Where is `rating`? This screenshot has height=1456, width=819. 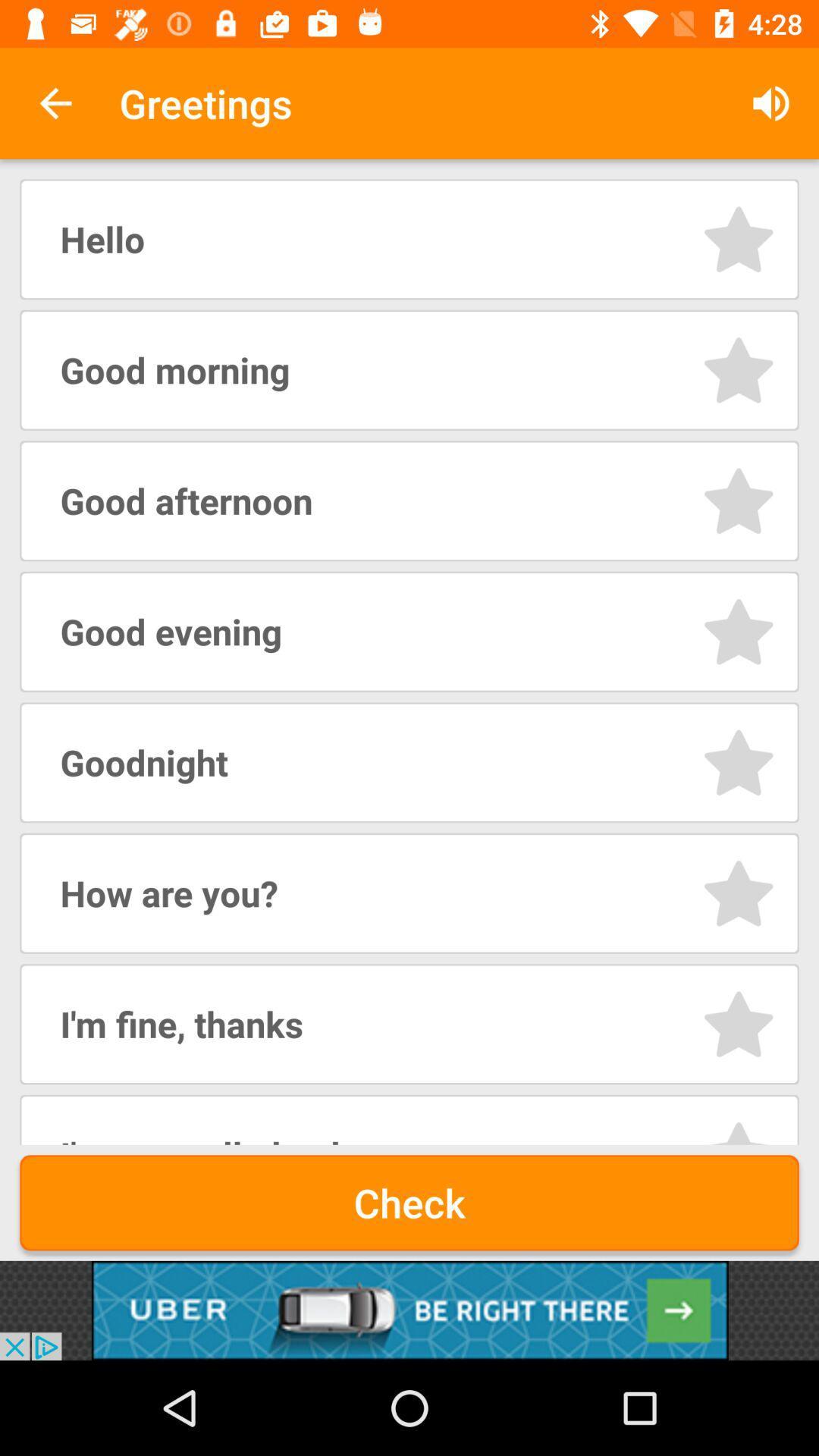
rating is located at coordinates (738, 1131).